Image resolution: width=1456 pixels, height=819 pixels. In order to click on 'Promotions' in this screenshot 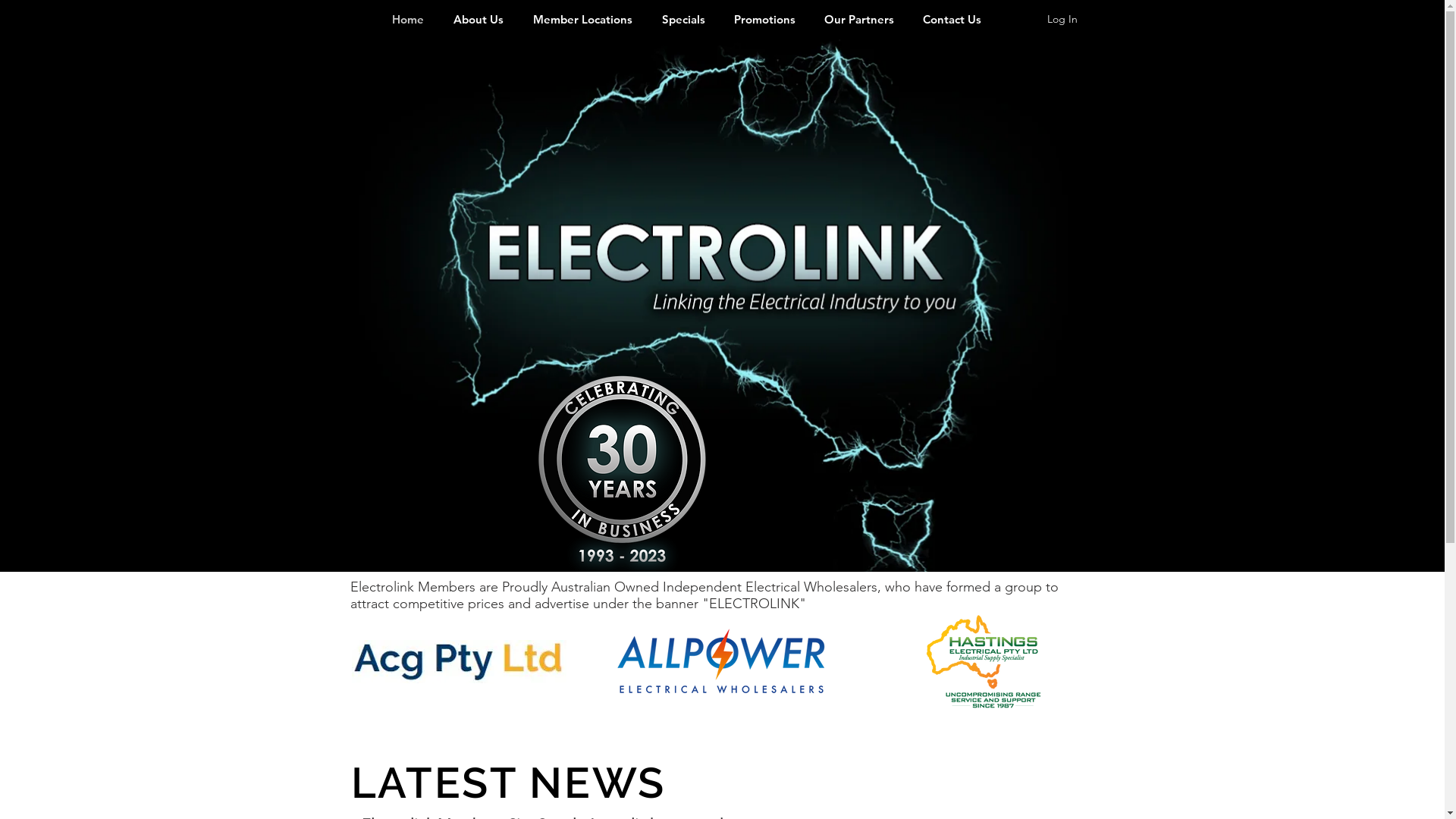, I will do `click(764, 19)`.